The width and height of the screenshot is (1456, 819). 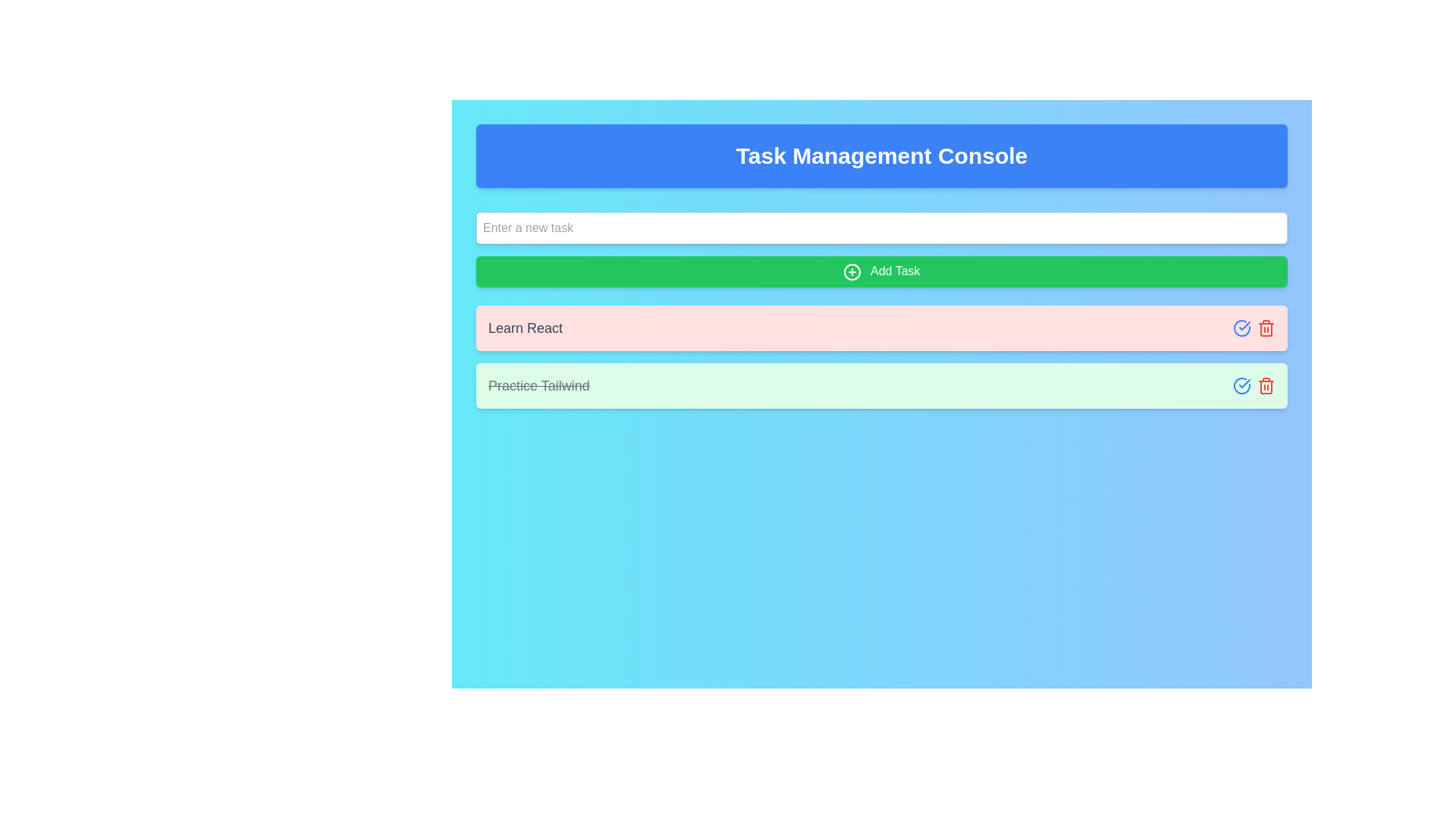 I want to click on the blue circular checkmark icon located in the rightmost area of the second row within the interactive table of tasks, so click(x=1241, y=327).